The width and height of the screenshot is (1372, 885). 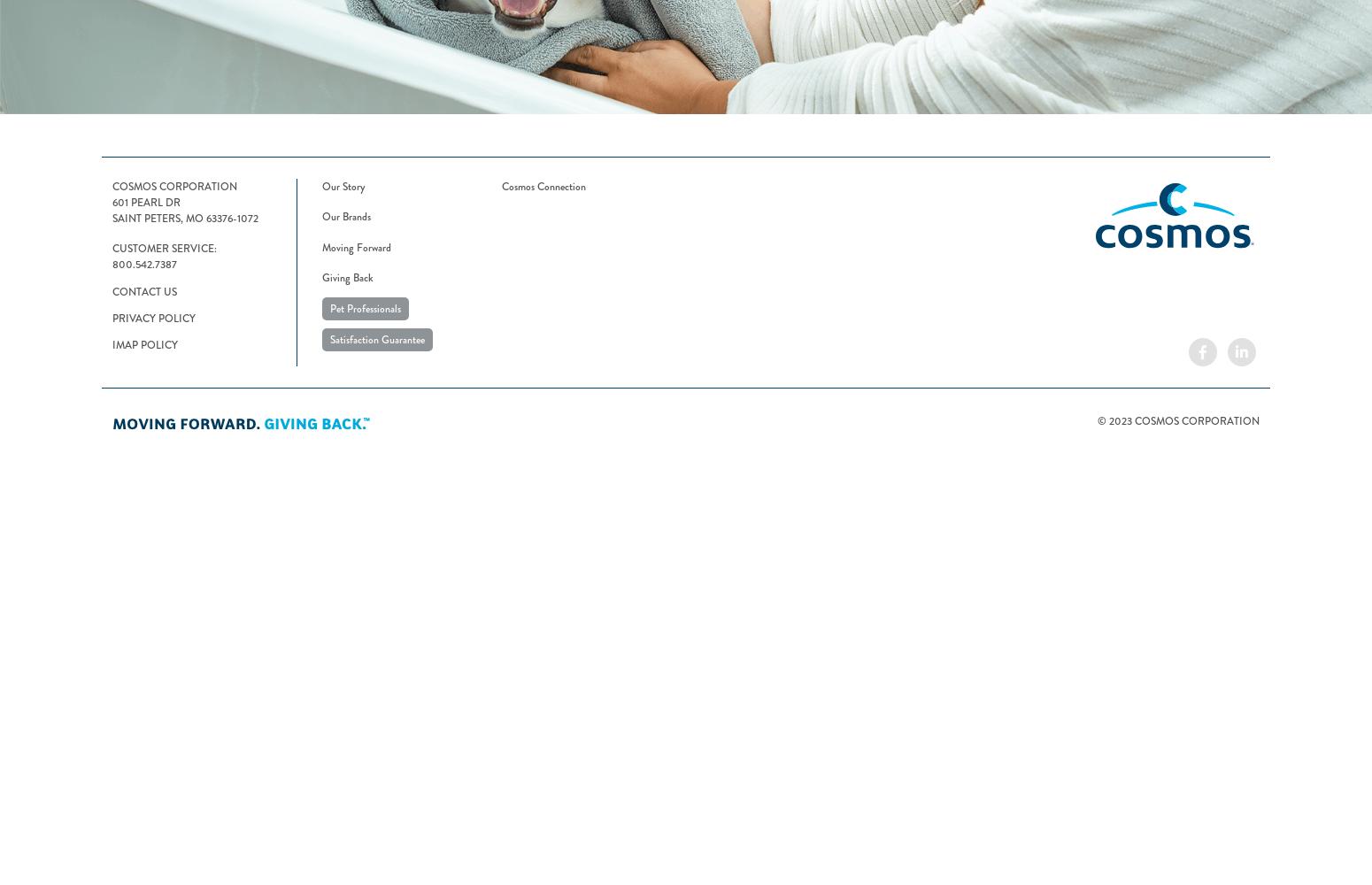 What do you see at coordinates (1178, 419) in the screenshot?
I see `'© 2023 Cosmos Corporation'` at bounding box center [1178, 419].